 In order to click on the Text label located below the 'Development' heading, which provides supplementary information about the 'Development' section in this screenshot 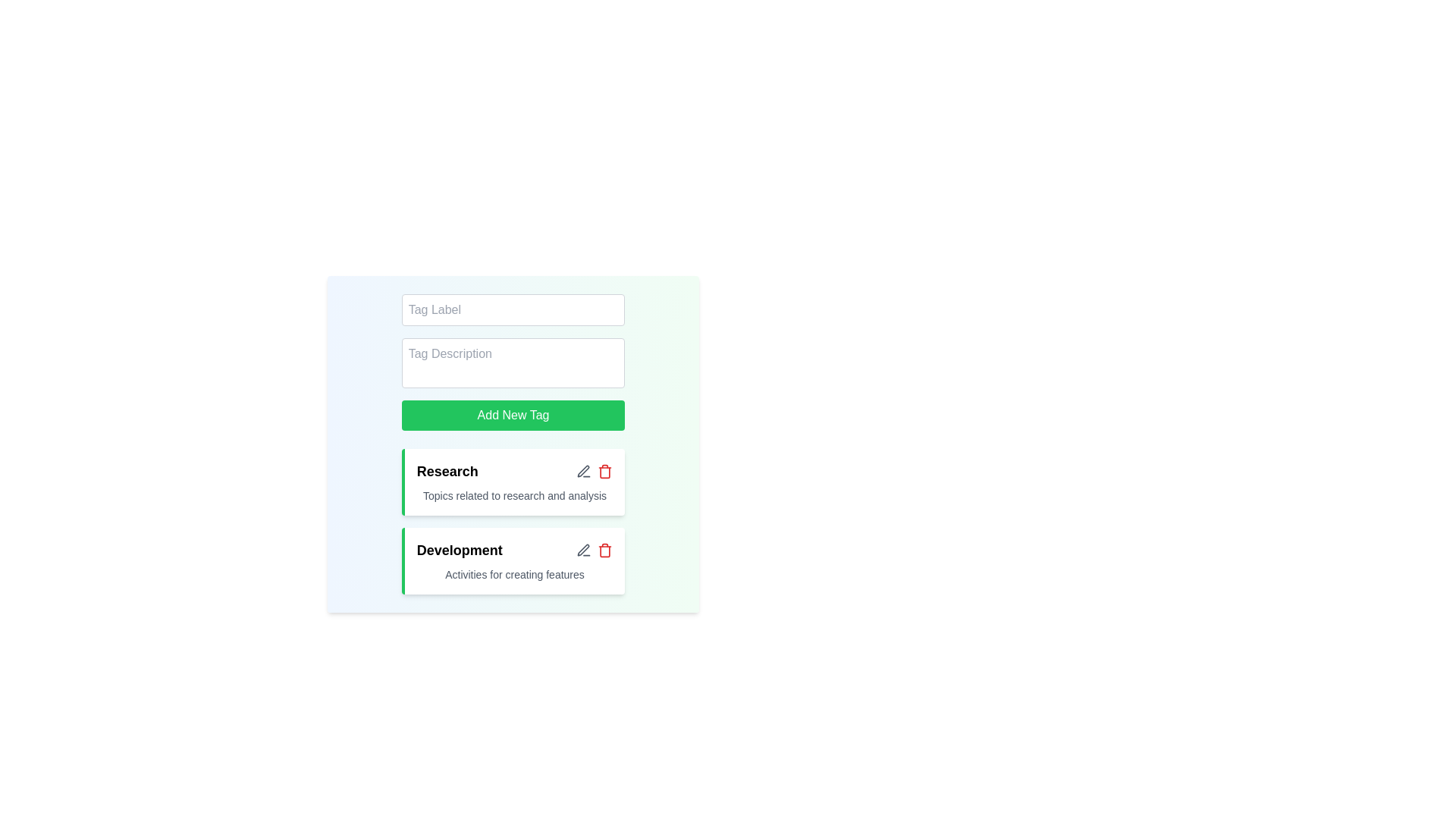, I will do `click(514, 575)`.